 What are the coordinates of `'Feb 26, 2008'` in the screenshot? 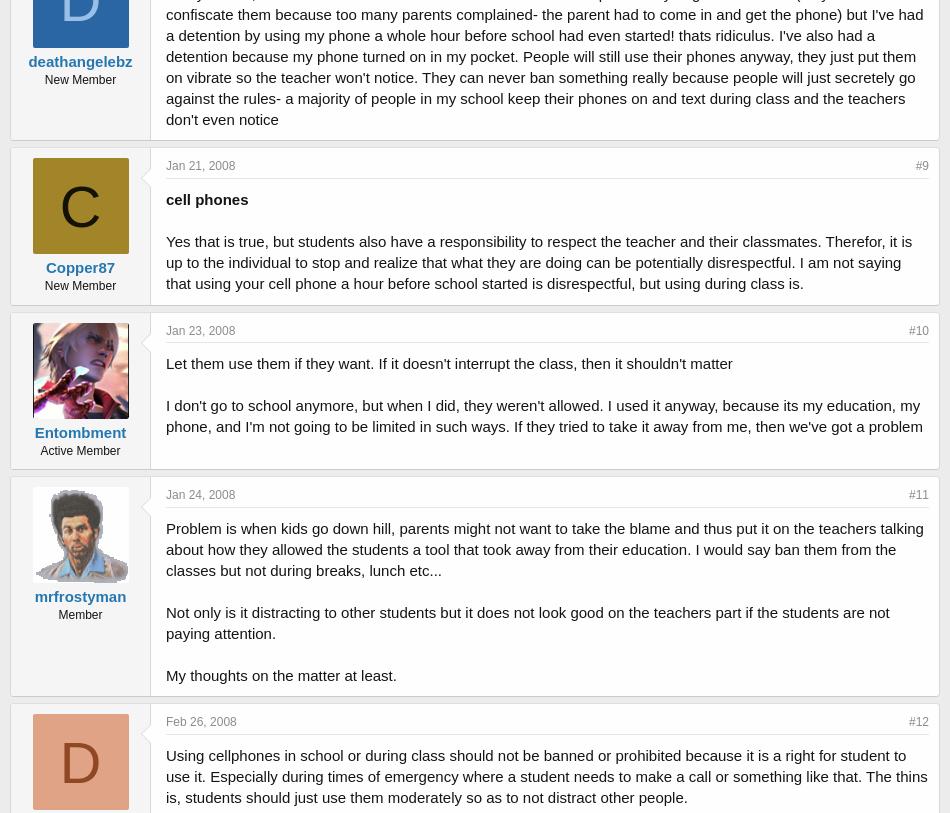 It's located at (201, 722).